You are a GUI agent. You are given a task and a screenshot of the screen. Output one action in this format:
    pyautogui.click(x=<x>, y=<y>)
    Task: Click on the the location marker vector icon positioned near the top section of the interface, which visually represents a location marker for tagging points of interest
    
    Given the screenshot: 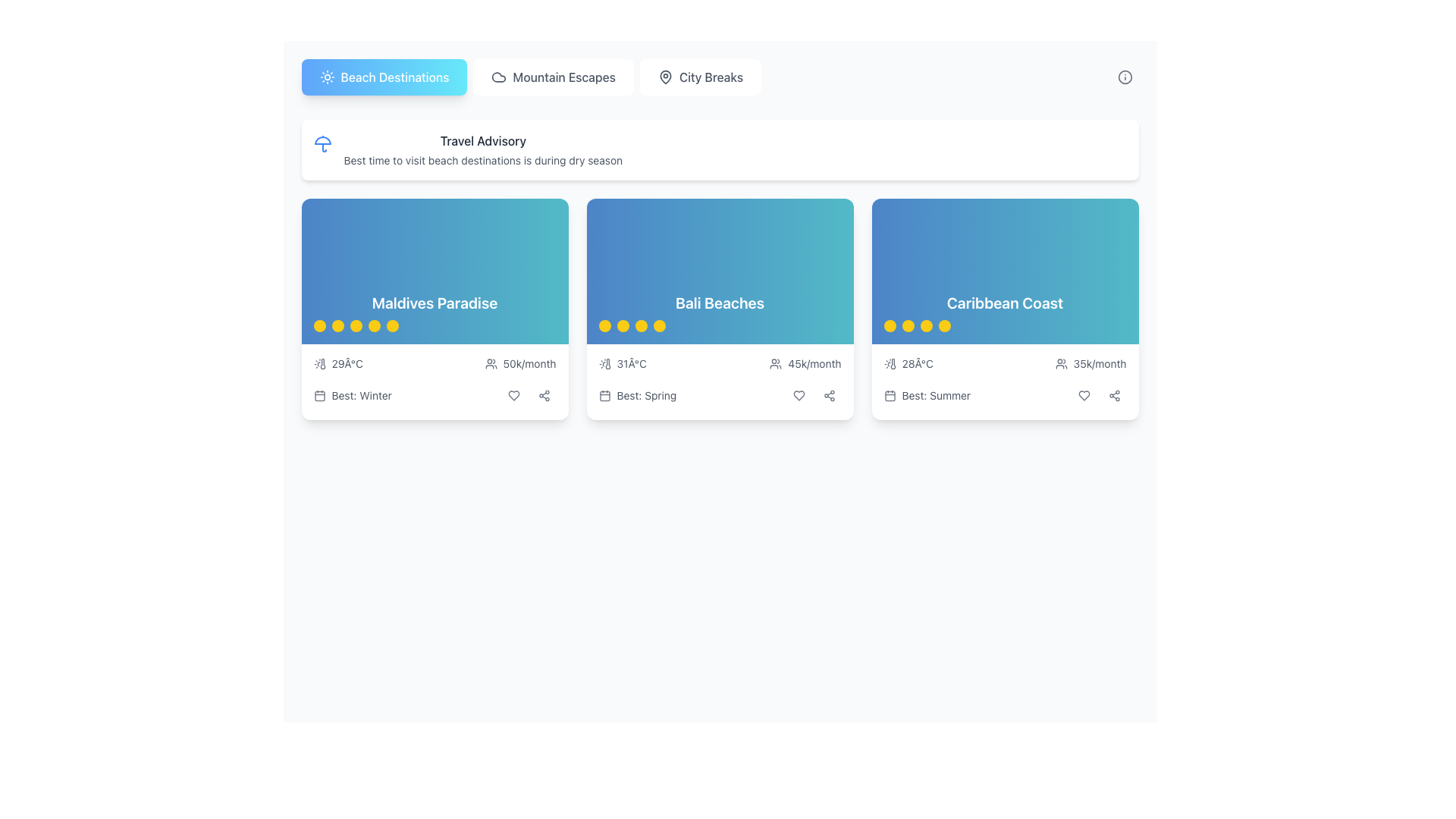 What is the action you would take?
    pyautogui.click(x=665, y=77)
    